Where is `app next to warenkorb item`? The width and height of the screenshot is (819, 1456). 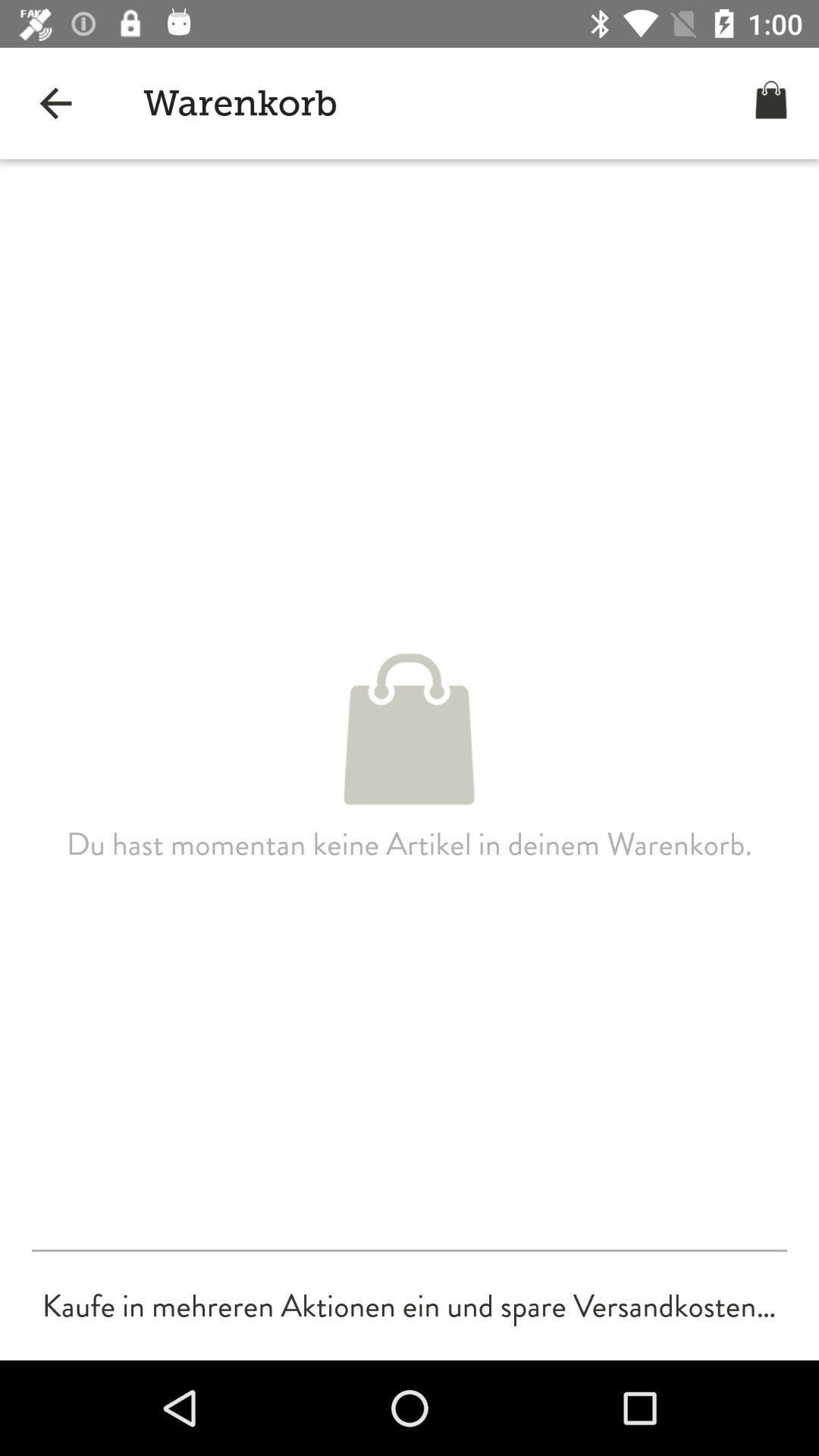
app next to warenkorb item is located at coordinates (55, 102).